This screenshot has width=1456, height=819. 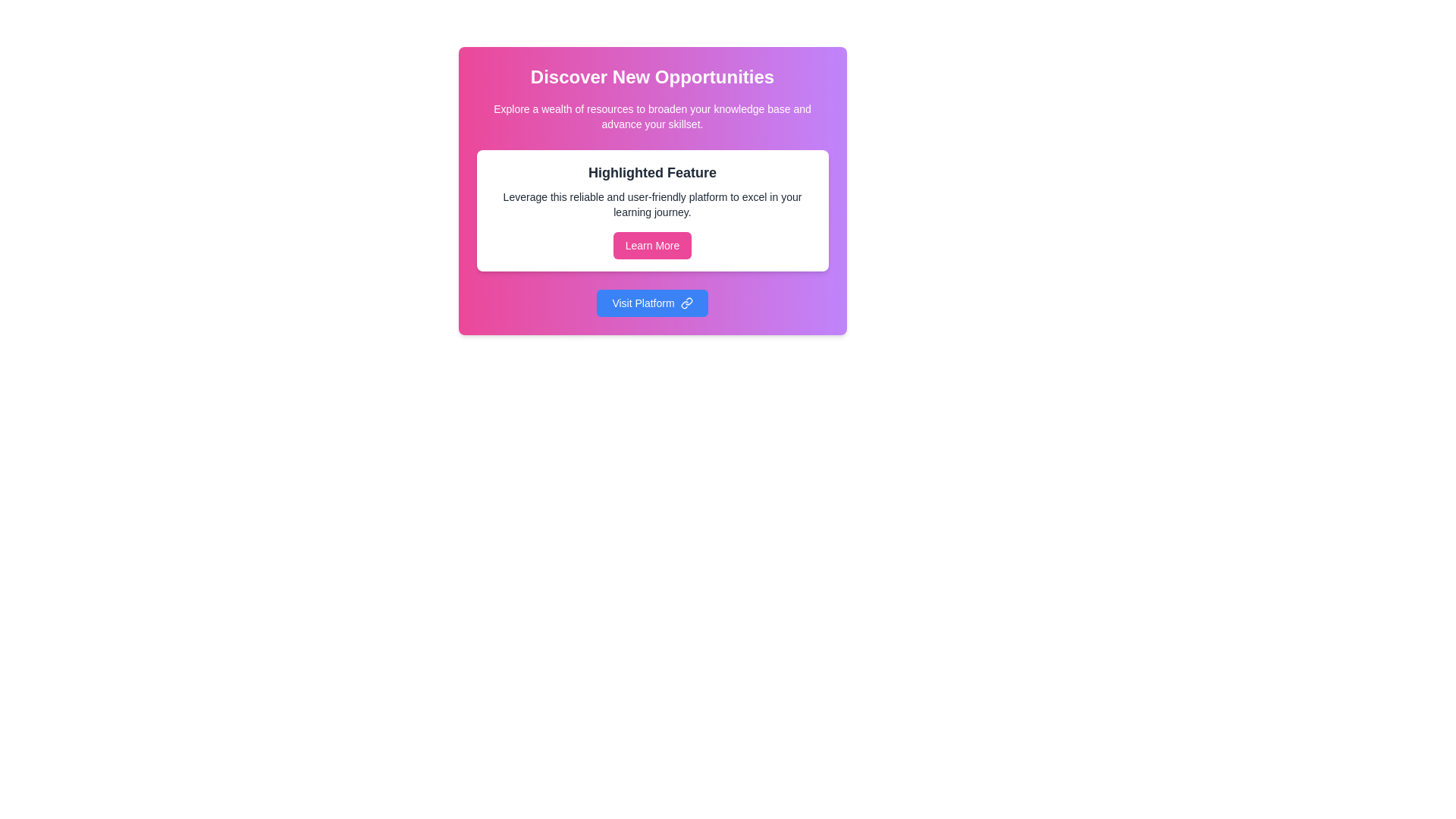 What do you see at coordinates (683, 305) in the screenshot?
I see `the second part of the linked chain icon located to the right of the text 'Visit Platform'` at bounding box center [683, 305].